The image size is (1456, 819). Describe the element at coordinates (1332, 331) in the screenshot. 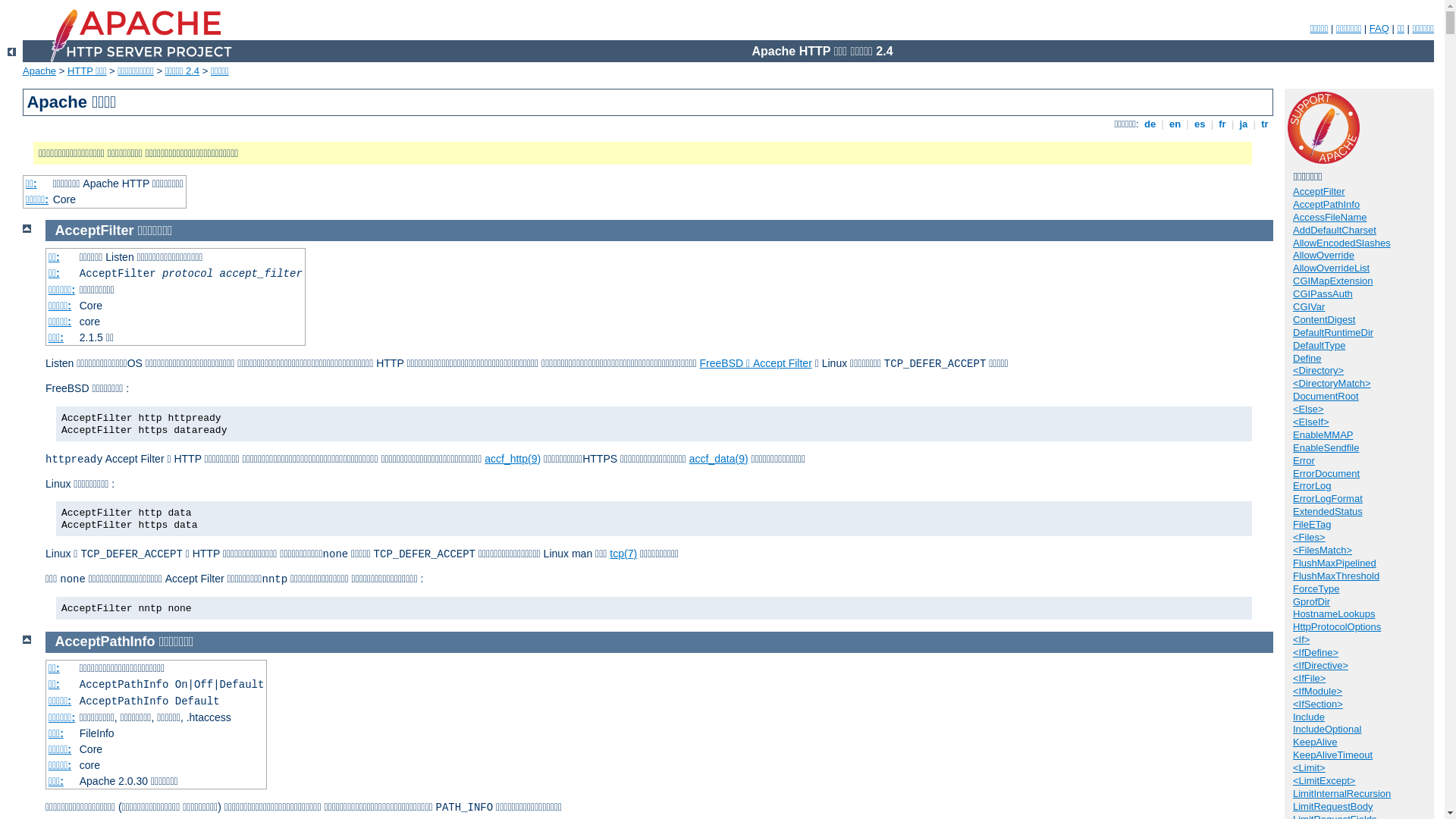

I see `'DefaultRuntimeDir'` at that location.